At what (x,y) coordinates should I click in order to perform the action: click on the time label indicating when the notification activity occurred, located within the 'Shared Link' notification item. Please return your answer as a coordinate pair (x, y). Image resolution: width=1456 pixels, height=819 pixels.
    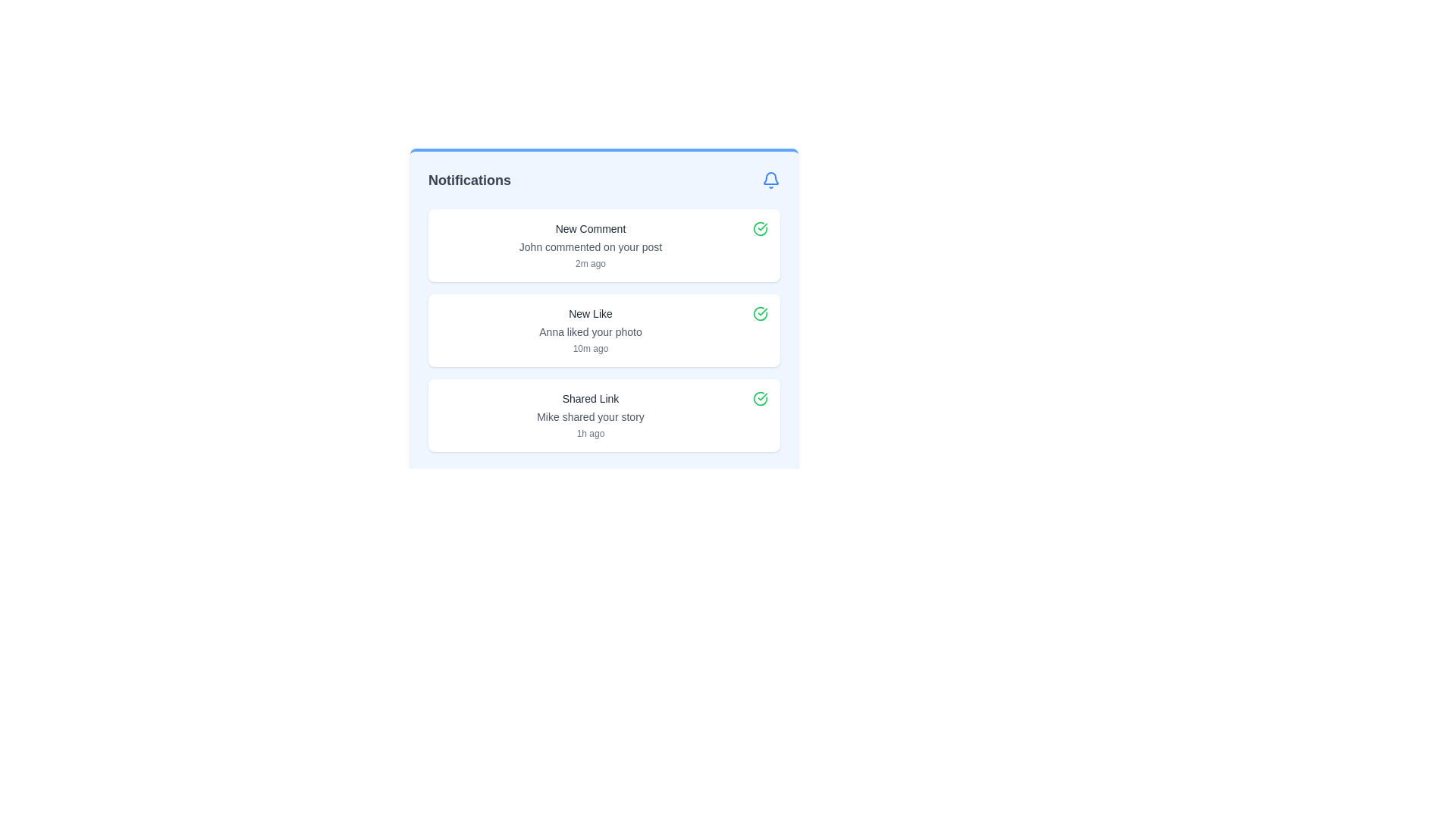
    Looking at the image, I should click on (589, 433).